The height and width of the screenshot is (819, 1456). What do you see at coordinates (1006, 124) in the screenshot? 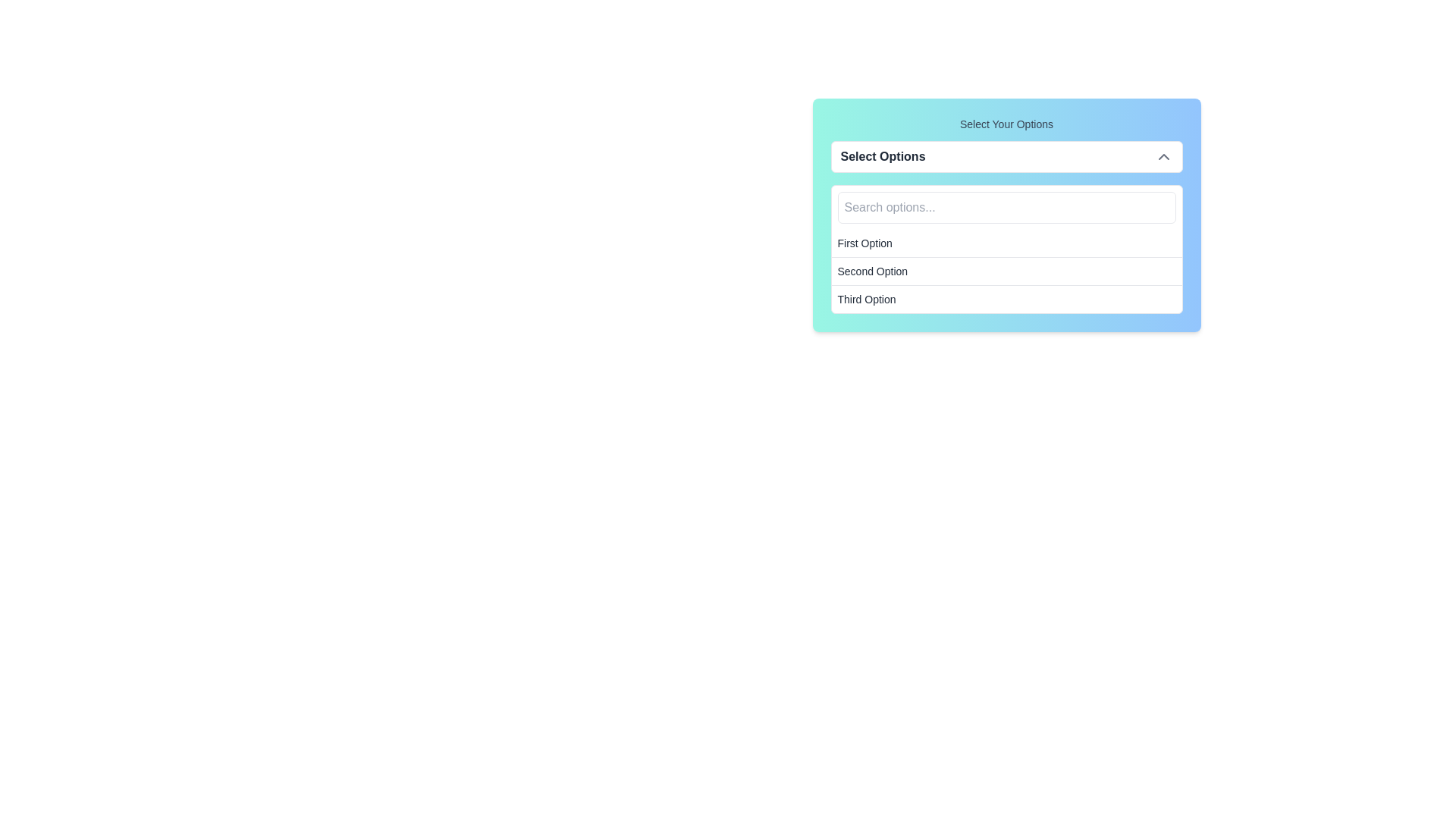
I see `the text label that serves as a heading or label for the options selection form, located at the top of the card with a gradient background and rounded corners` at bounding box center [1006, 124].